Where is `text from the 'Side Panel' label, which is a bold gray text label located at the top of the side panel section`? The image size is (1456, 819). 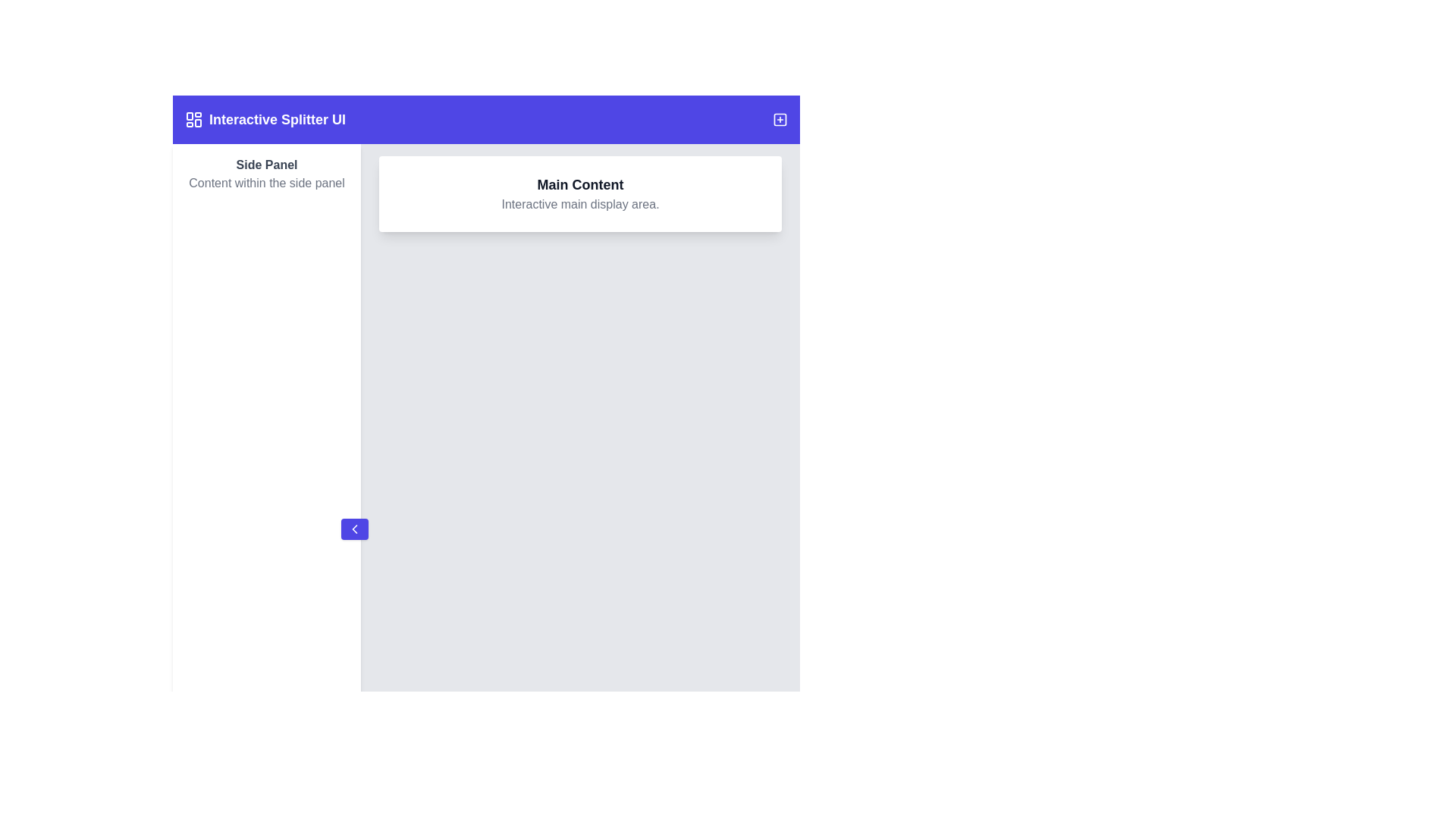 text from the 'Side Panel' label, which is a bold gray text label located at the top of the side panel section is located at coordinates (267, 165).